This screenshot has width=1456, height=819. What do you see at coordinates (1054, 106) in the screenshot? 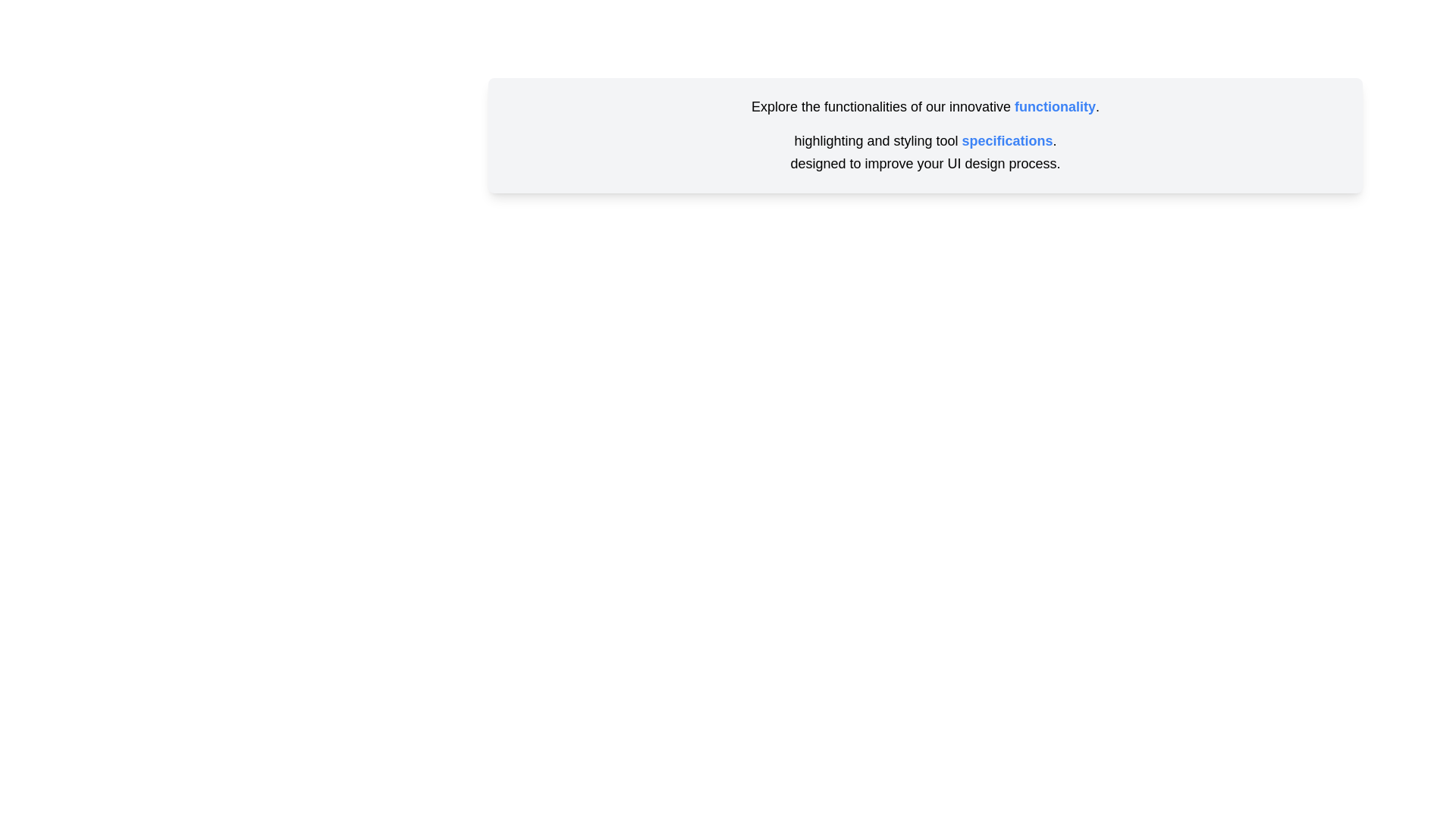
I see `the clickable text or hyperlink labeled 'functionality', which is styled in blue and appears towards the end of the sentence starting with 'Explore the functionalities of our innovative...'` at bounding box center [1054, 106].